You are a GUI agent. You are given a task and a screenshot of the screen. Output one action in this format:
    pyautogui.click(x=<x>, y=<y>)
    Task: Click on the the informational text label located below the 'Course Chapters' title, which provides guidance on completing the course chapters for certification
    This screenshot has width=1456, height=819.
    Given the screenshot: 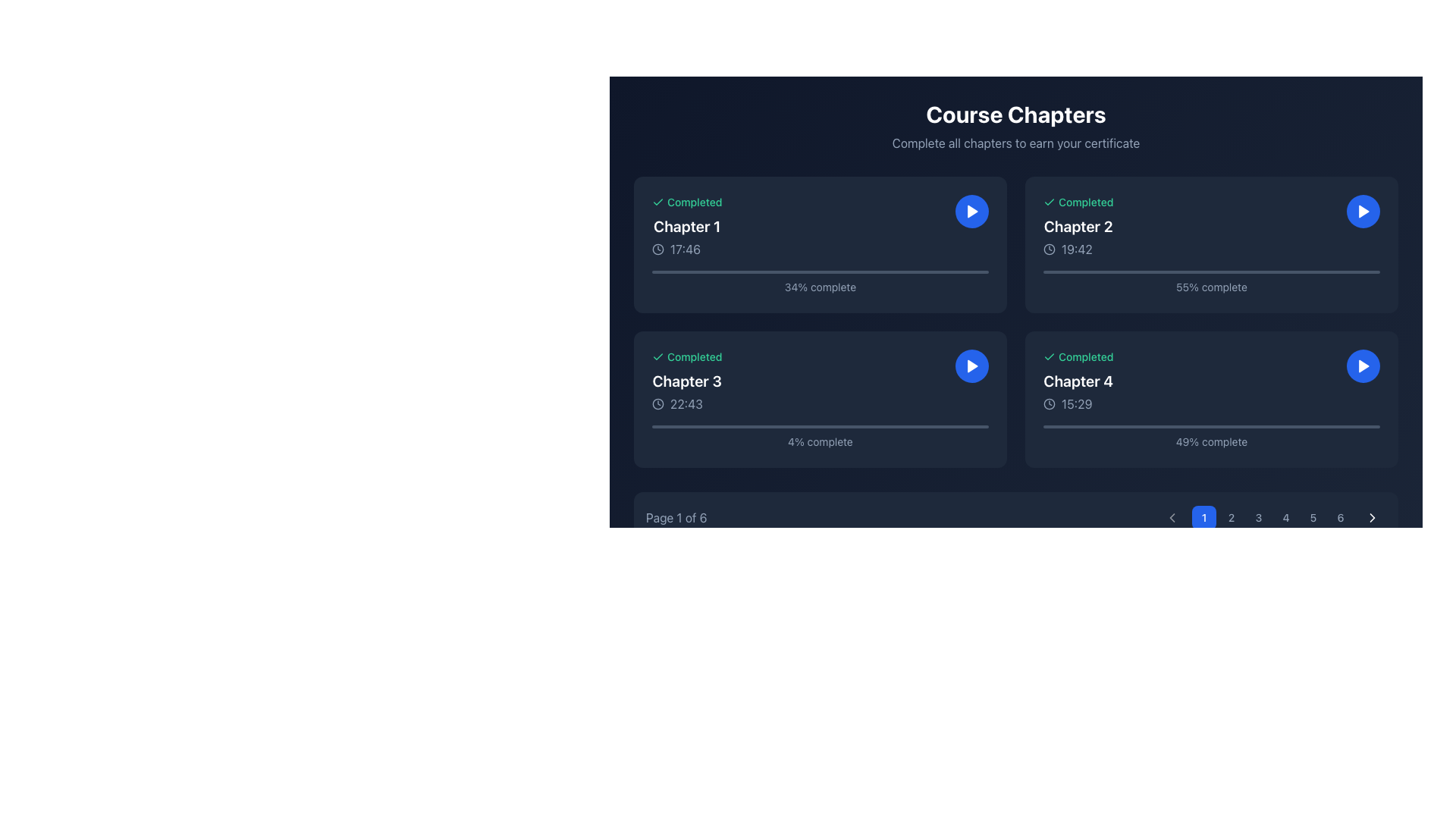 What is the action you would take?
    pyautogui.click(x=1015, y=143)
    